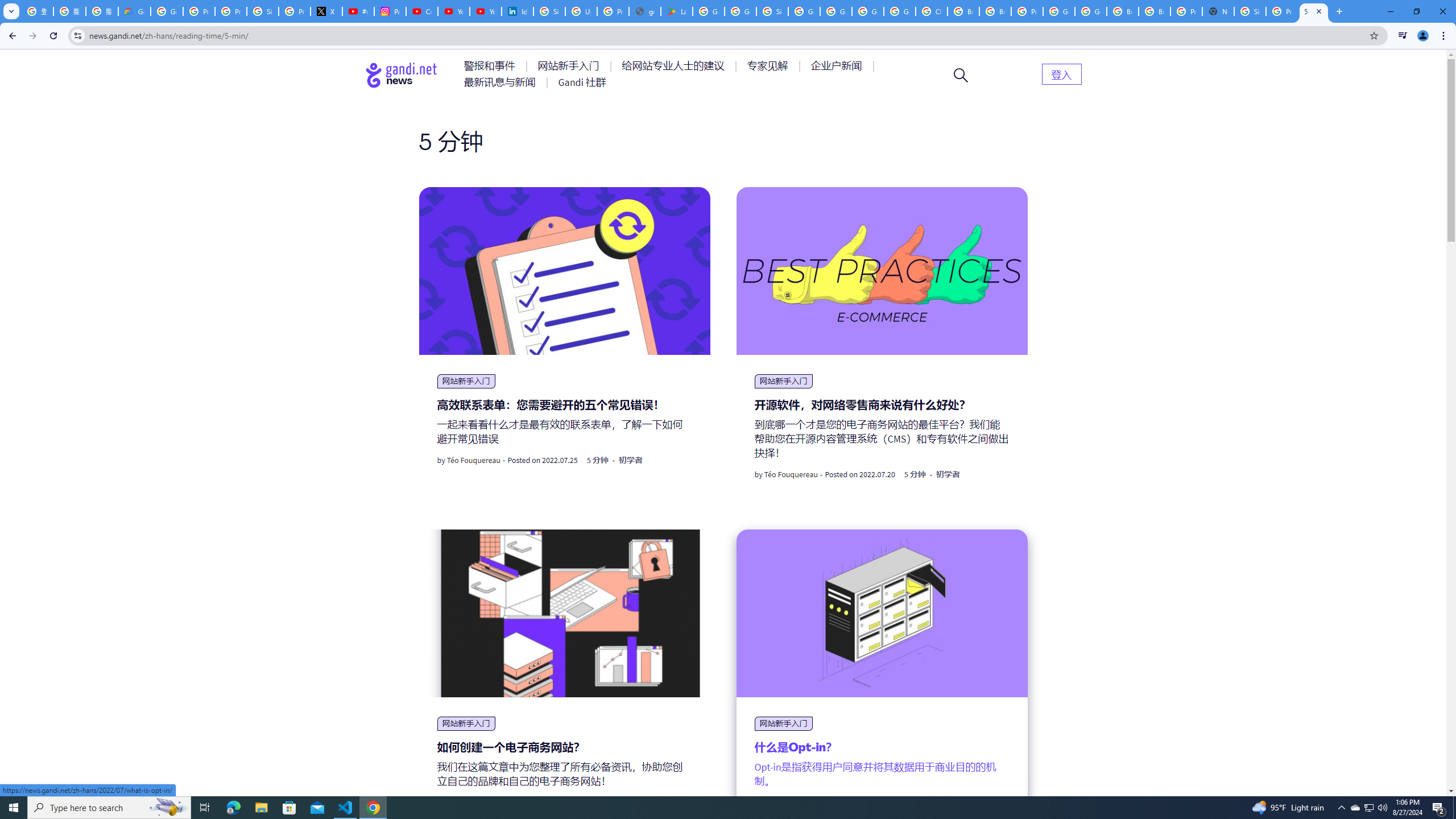 Image resolution: width=1456 pixels, height=819 pixels. What do you see at coordinates (1217, 11) in the screenshot?
I see `'New Tab'` at bounding box center [1217, 11].